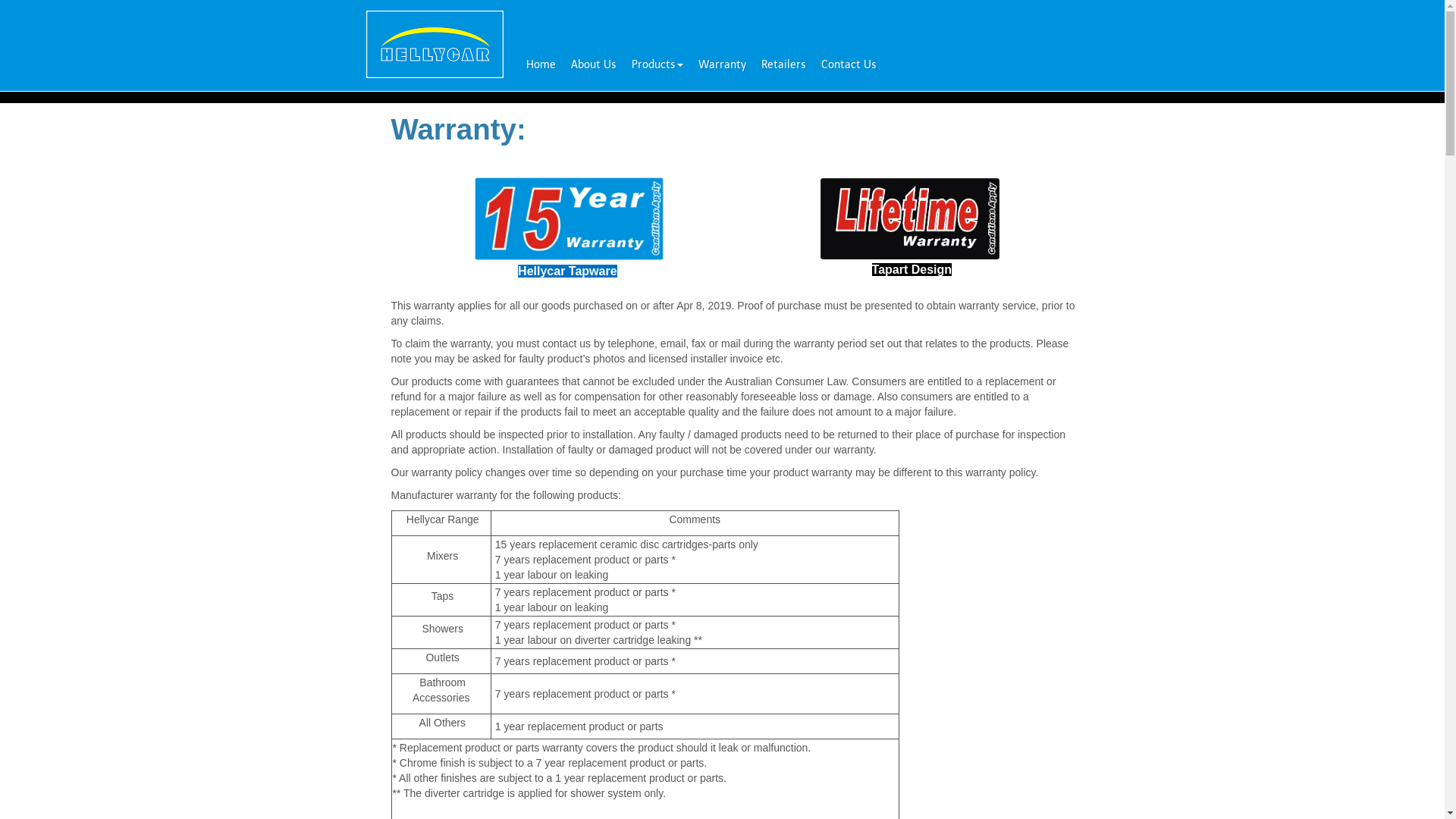 This screenshot has height=819, width=1456. Describe the element at coordinates (783, 63) in the screenshot. I see `'Retailers'` at that location.